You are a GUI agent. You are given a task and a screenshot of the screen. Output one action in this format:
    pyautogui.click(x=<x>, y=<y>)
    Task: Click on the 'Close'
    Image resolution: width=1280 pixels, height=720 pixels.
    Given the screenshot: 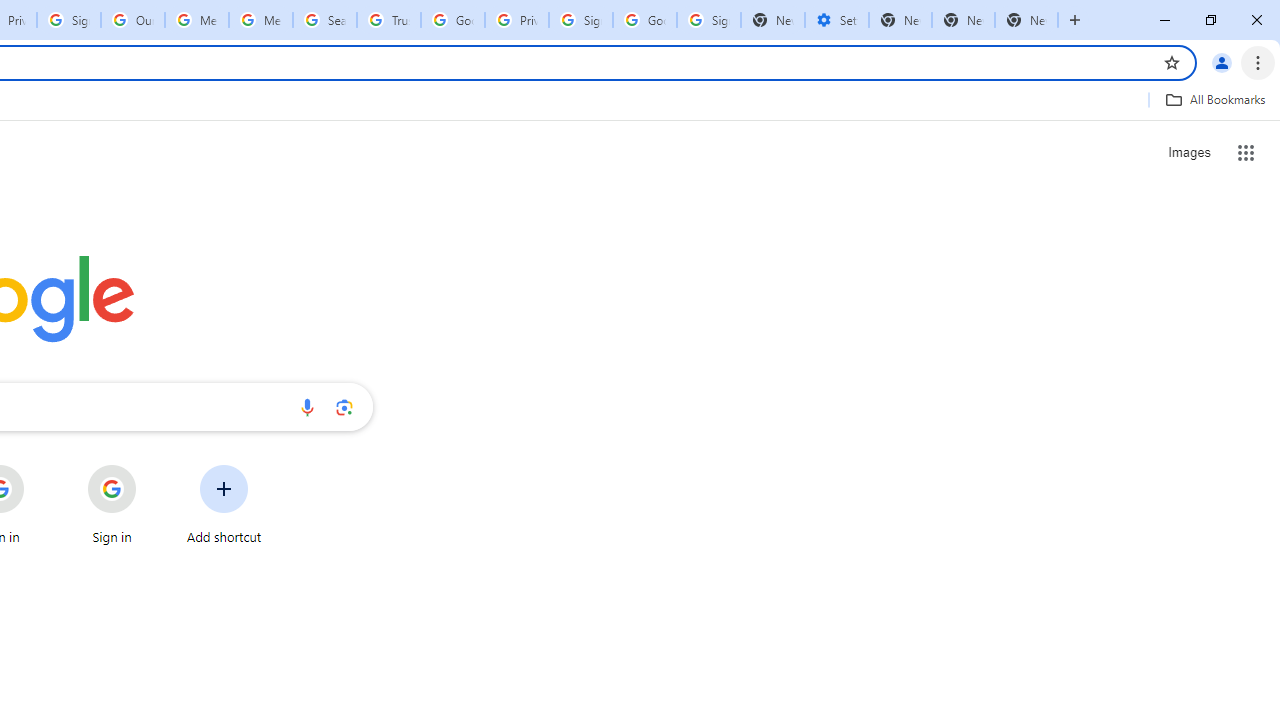 What is the action you would take?
    pyautogui.click(x=1255, y=20)
    